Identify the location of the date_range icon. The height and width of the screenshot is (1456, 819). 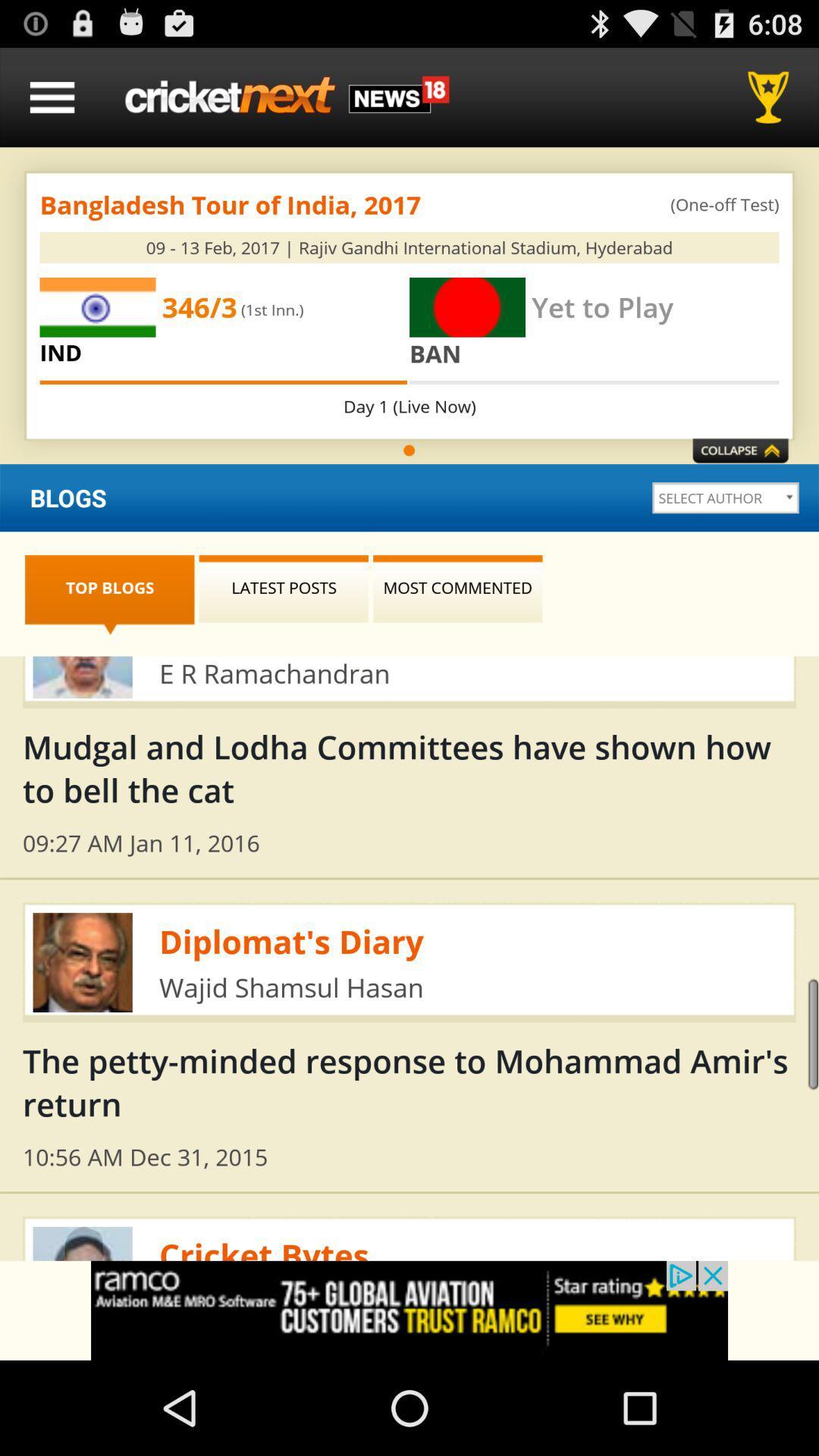
(287, 103).